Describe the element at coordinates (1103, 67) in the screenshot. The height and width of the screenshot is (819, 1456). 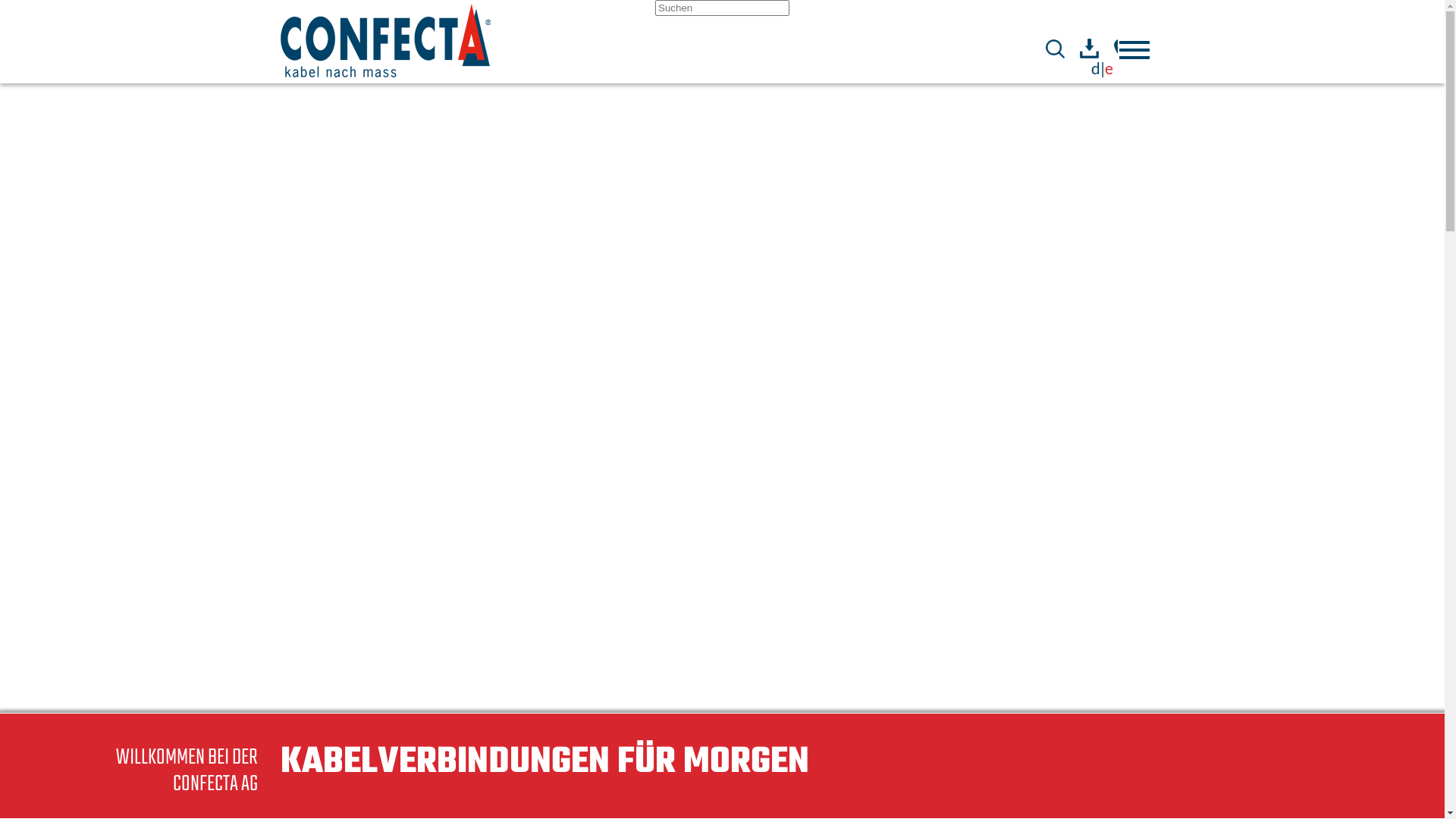
I see `'e'` at that location.